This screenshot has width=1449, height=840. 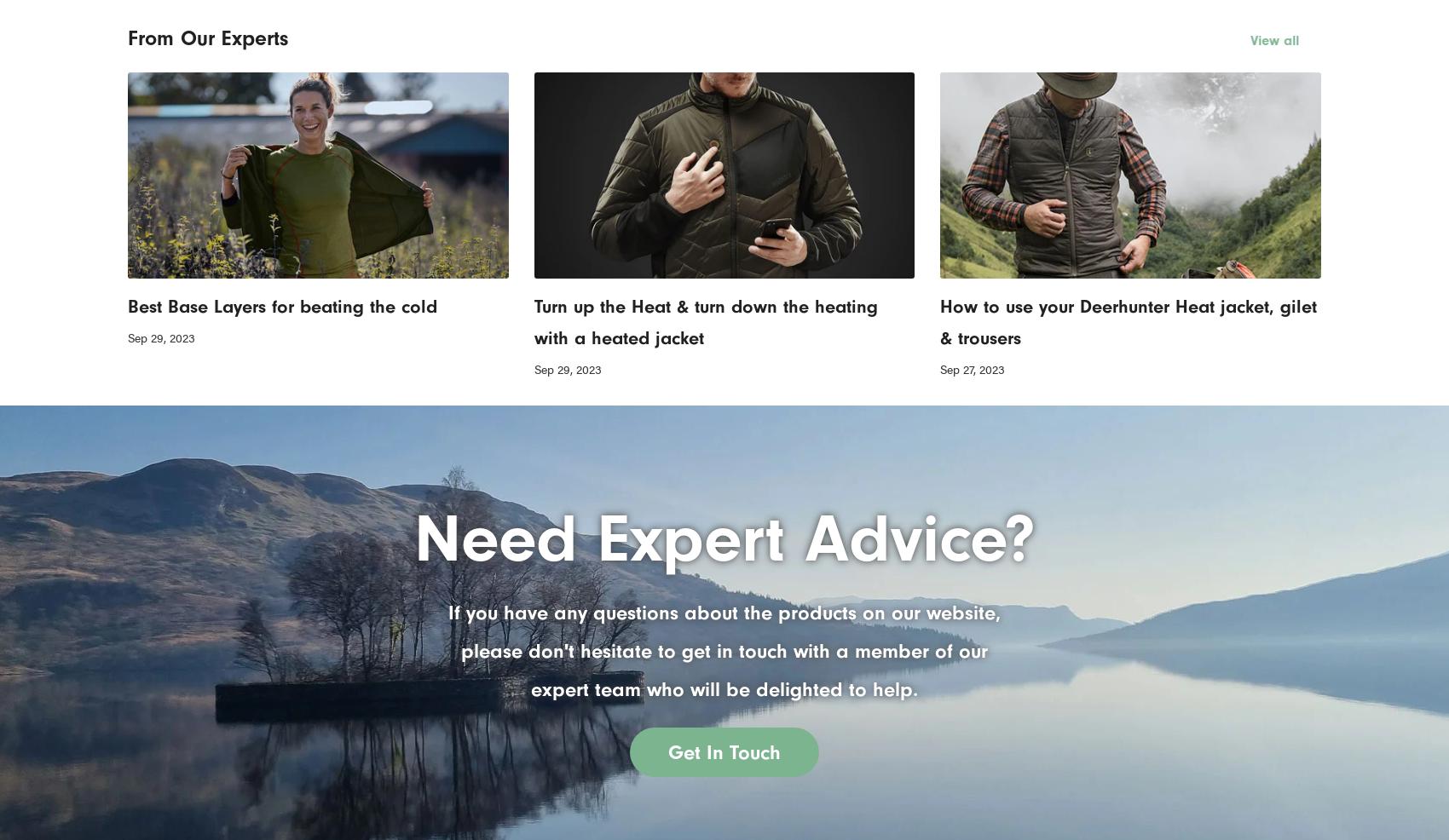 I want to click on 'From Our Experts', so click(x=207, y=37).